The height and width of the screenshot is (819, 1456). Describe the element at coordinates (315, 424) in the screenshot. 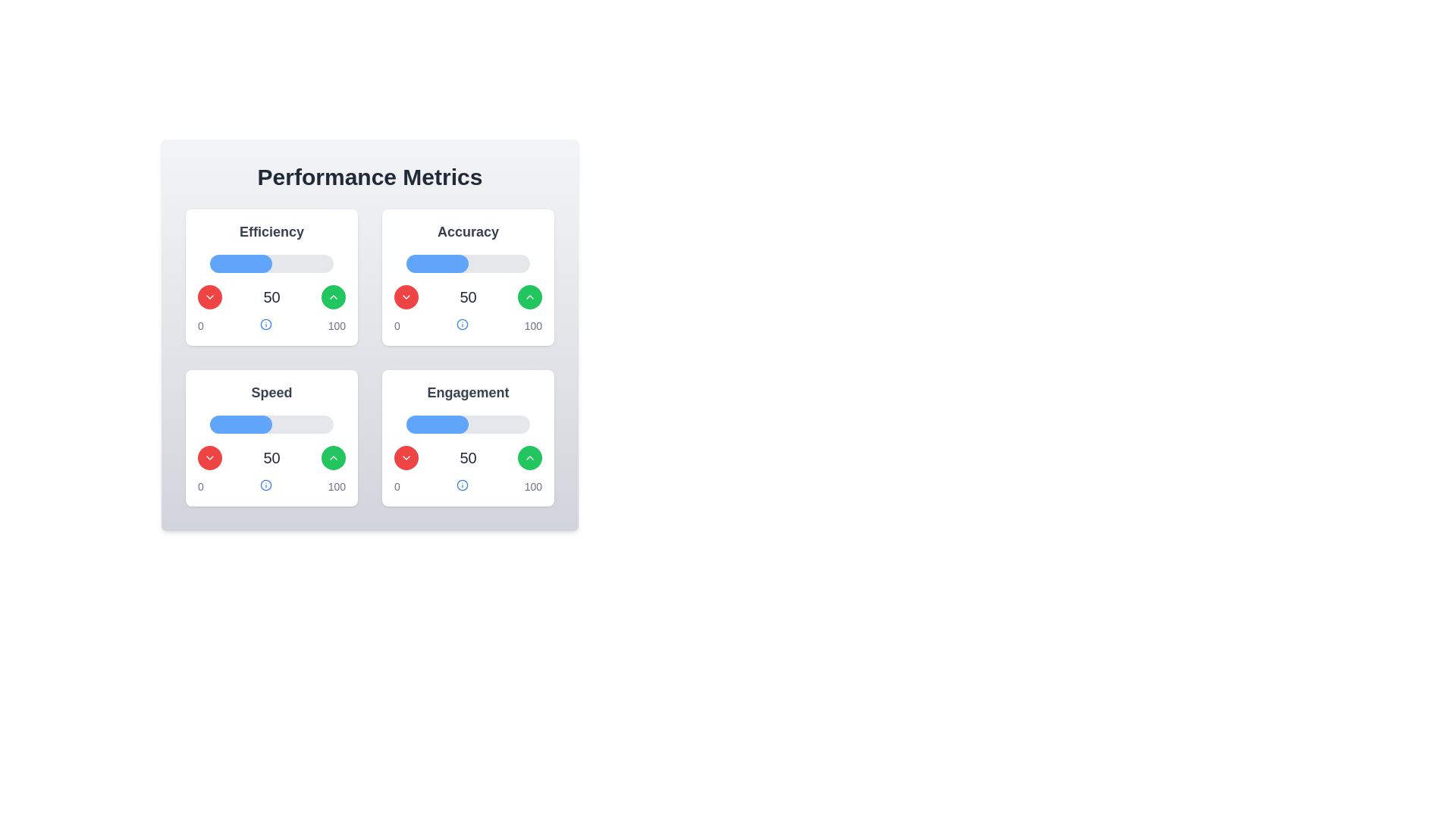

I see `the progress bar or slider` at that location.